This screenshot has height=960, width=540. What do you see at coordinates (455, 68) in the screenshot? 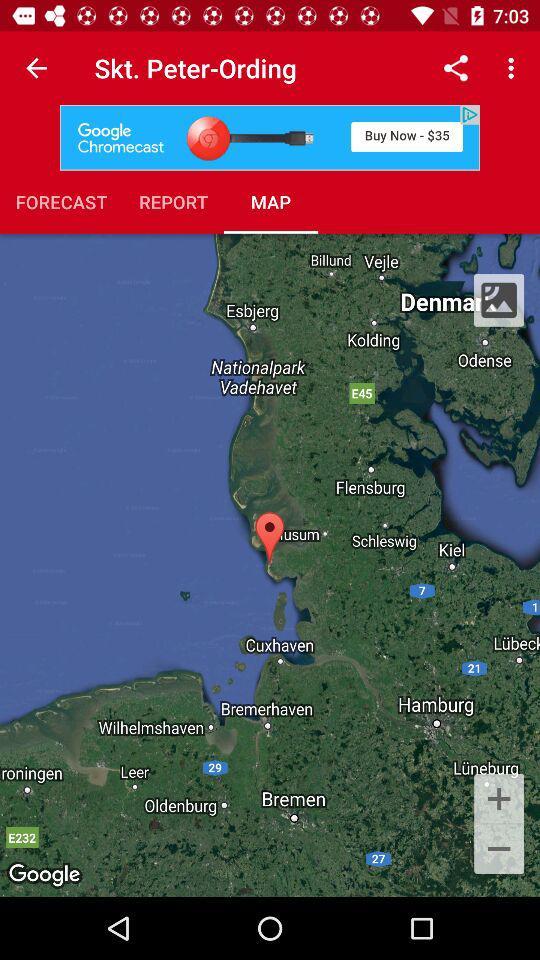
I see `item next to skt. peter-ording icon` at bounding box center [455, 68].